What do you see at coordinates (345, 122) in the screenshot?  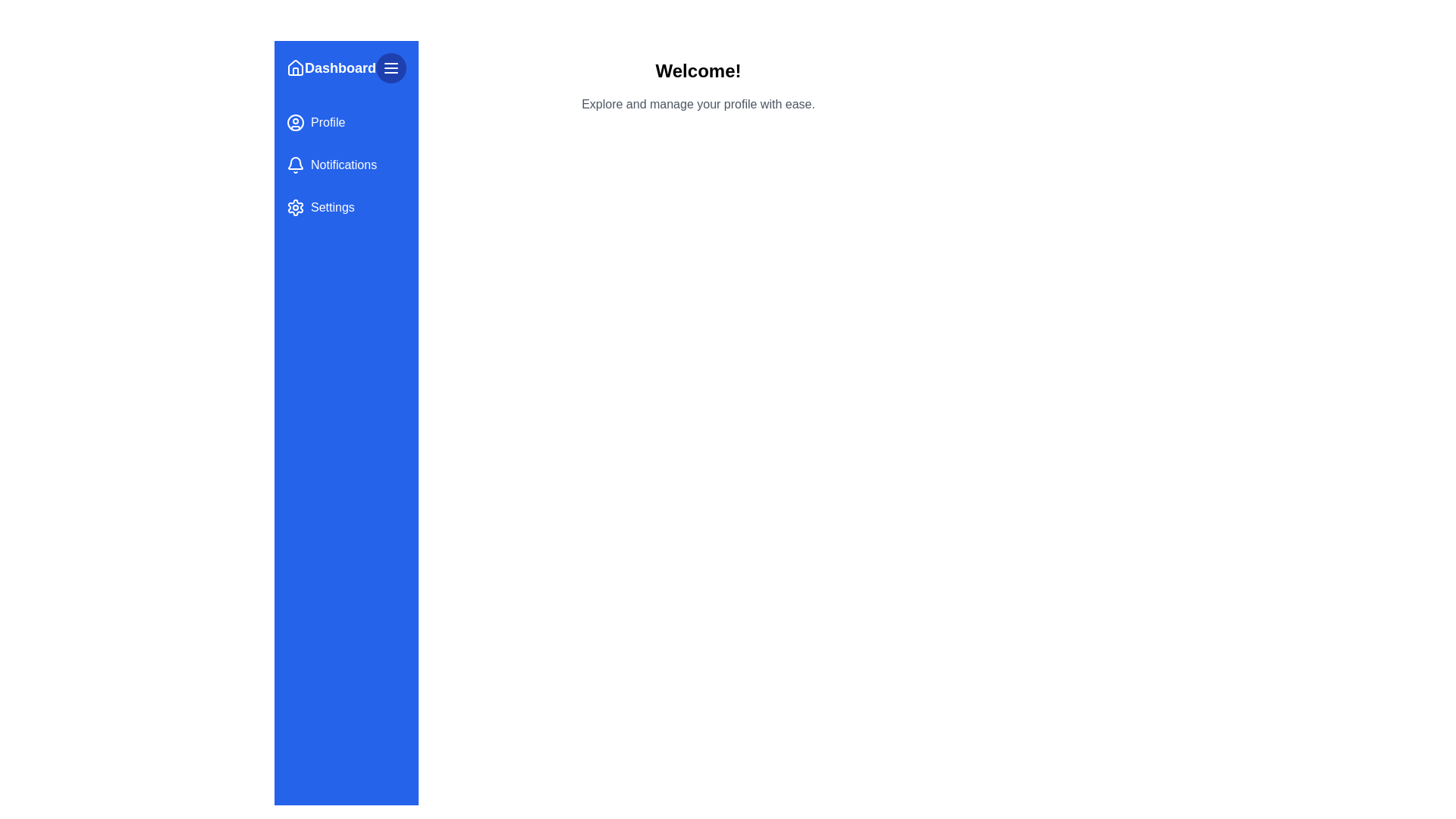 I see `the navigational button located in the blue sidebar` at bounding box center [345, 122].